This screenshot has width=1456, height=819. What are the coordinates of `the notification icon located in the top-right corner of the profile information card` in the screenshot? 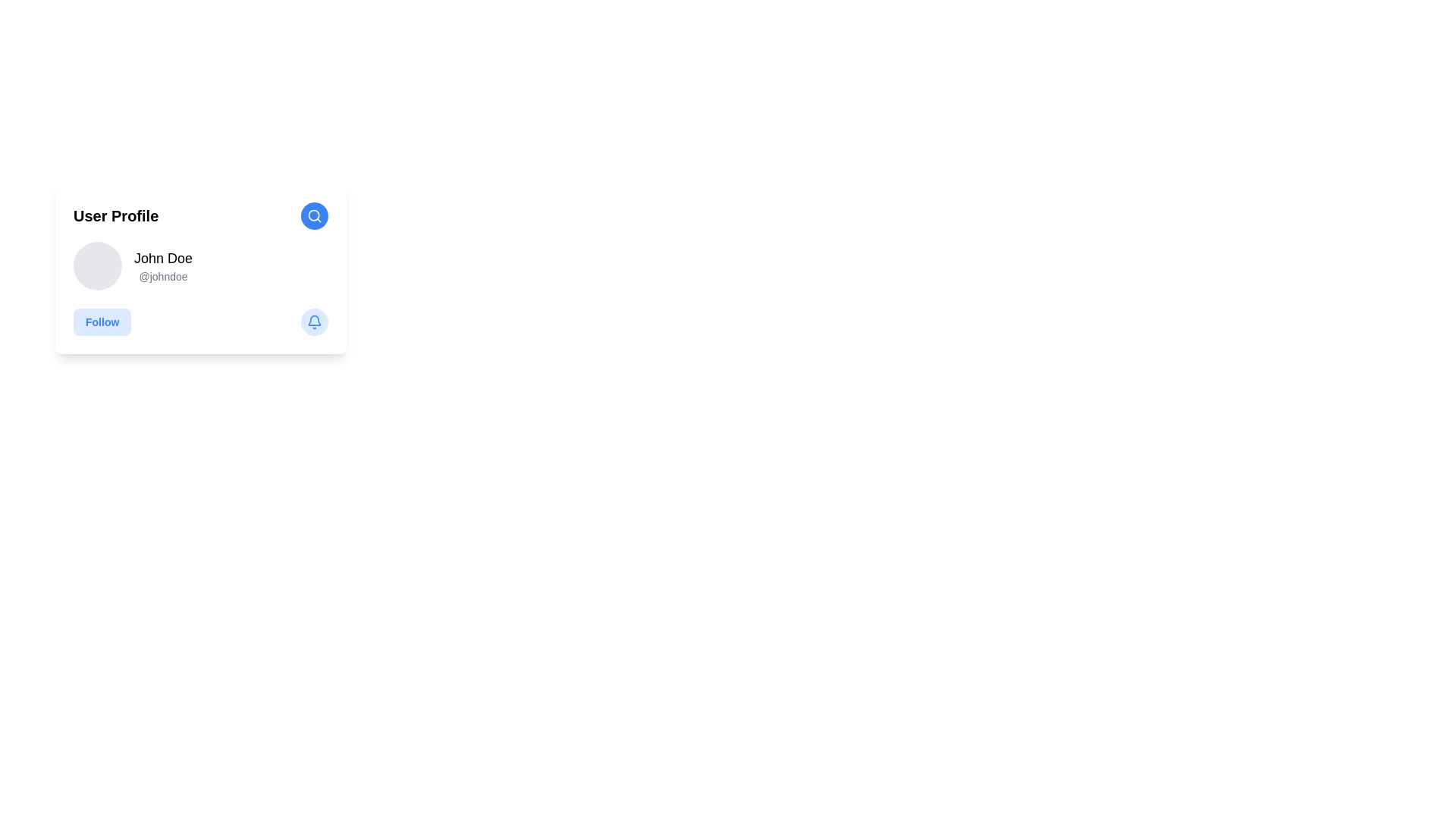 It's located at (313, 319).